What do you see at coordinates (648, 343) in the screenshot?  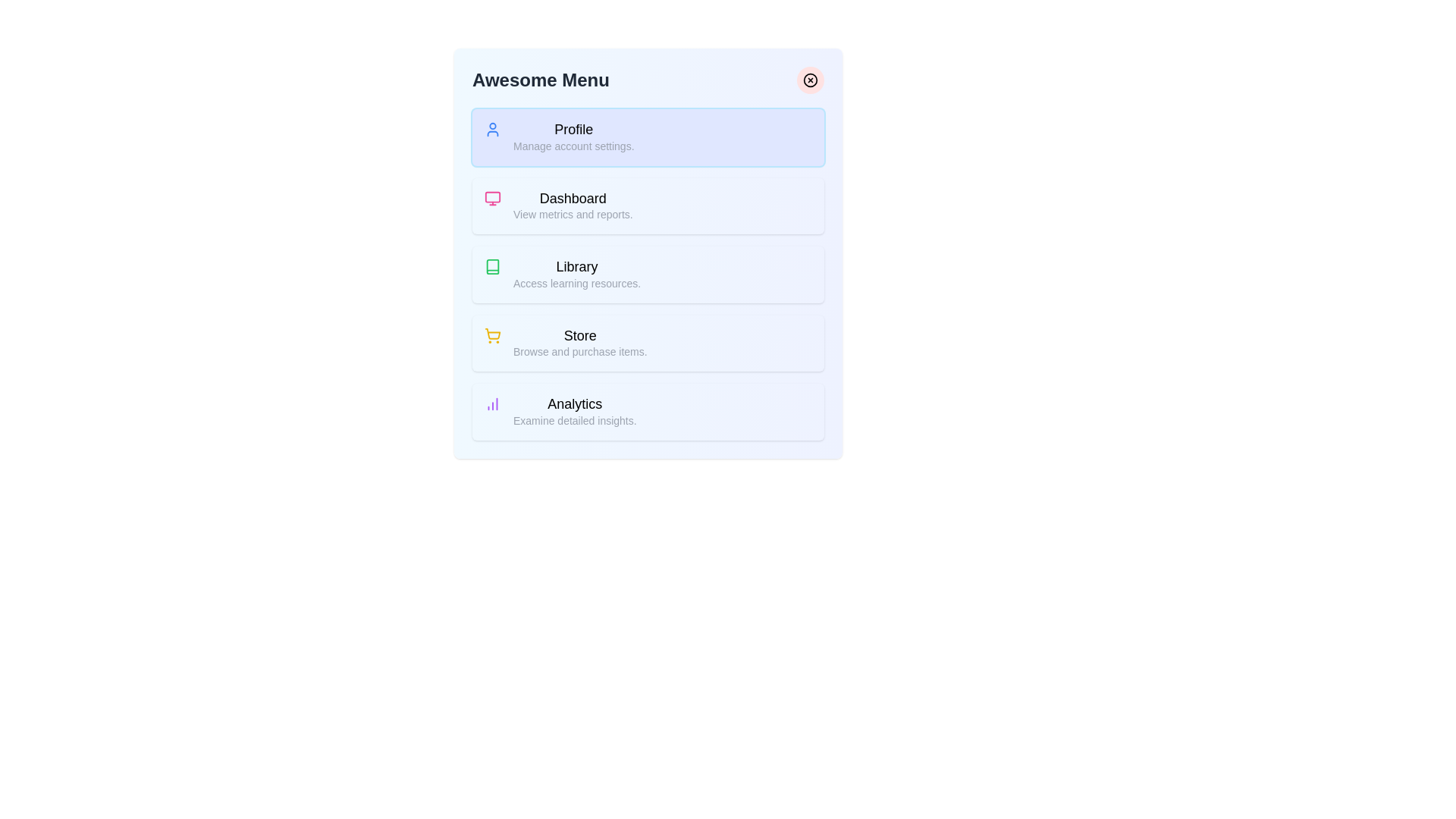 I see `the menu item labeled Store` at bounding box center [648, 343].